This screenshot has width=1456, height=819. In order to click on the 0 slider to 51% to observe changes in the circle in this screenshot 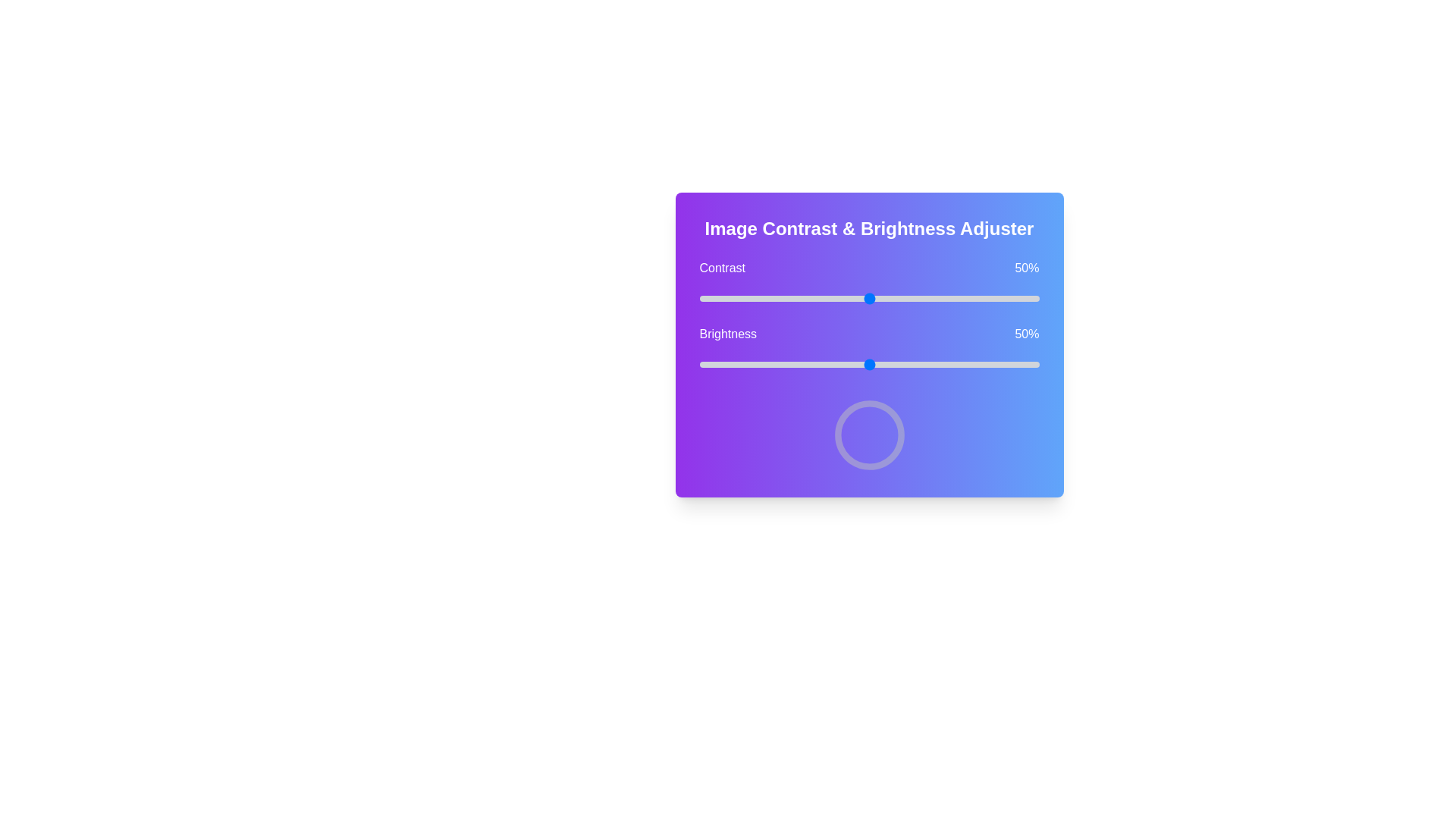, I will do `click(873, 298)`.